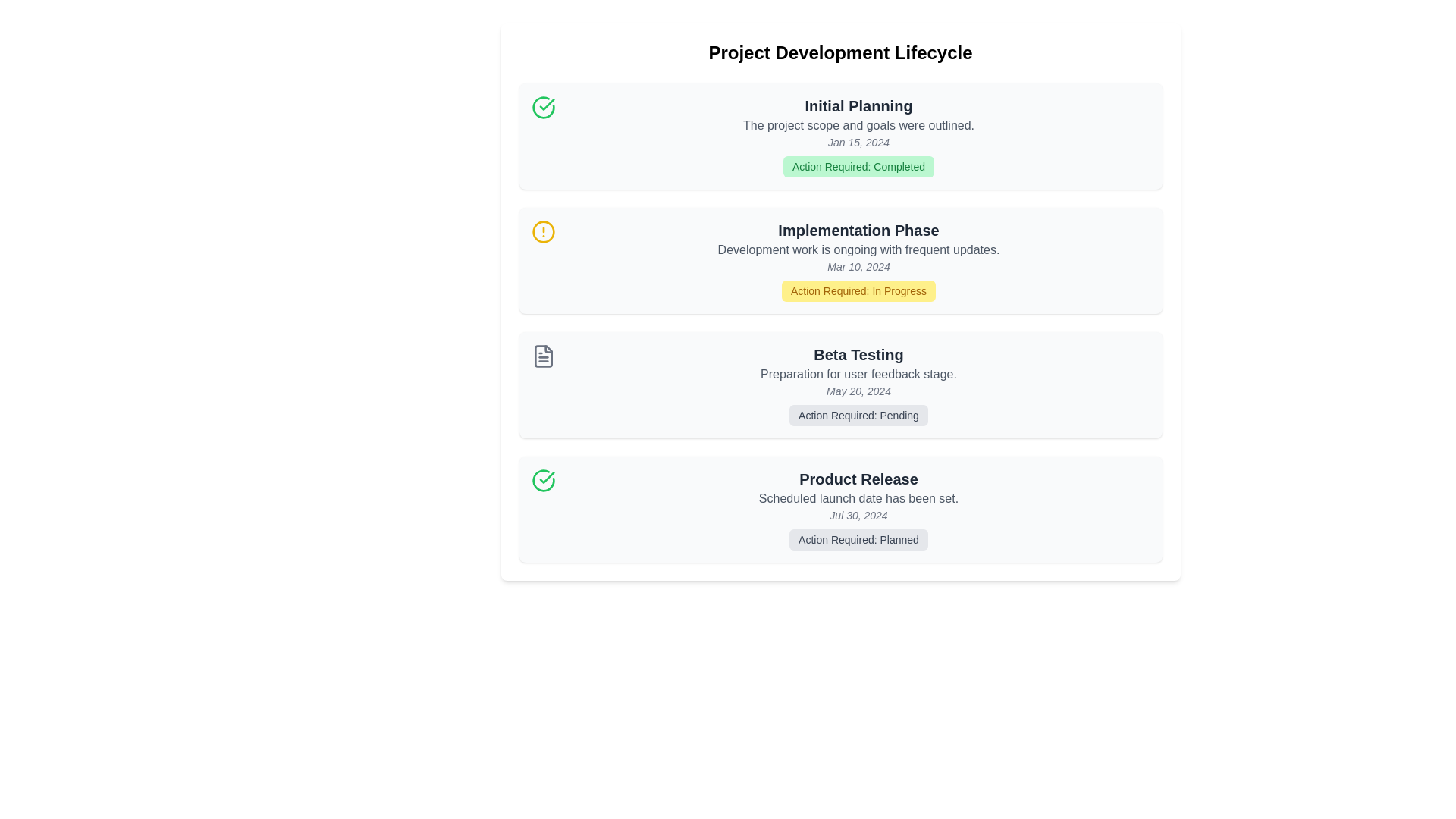 The image size is (1456, 819). Describe the element at coordinates (543, 356) in the screenshot. I see `the 'Beta Testing' status indicator icon, which is the third icon in the list, located to the left of the 'Beta Testing' text` at that location.